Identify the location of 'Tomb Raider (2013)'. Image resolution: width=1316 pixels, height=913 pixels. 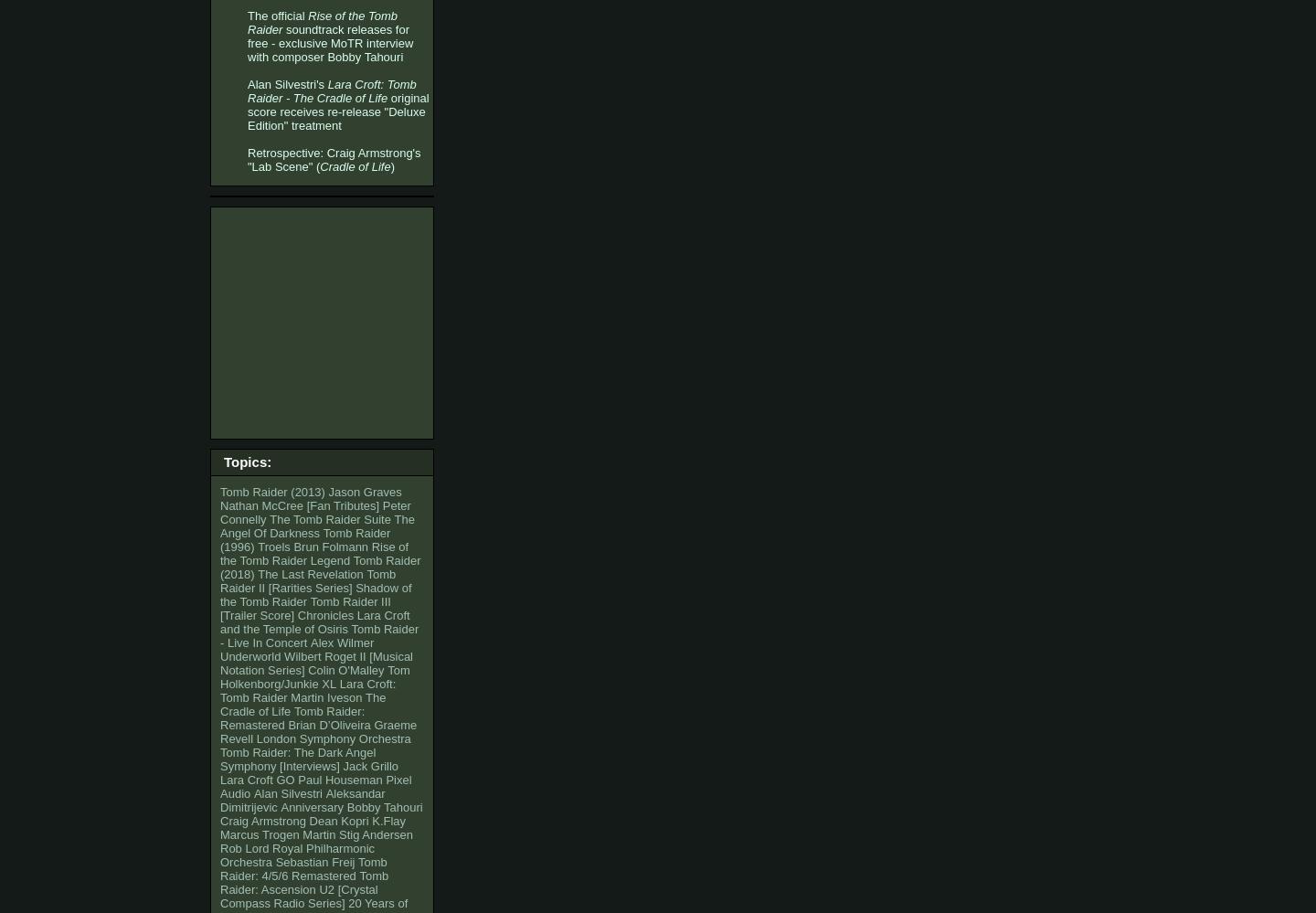
(219, 491).